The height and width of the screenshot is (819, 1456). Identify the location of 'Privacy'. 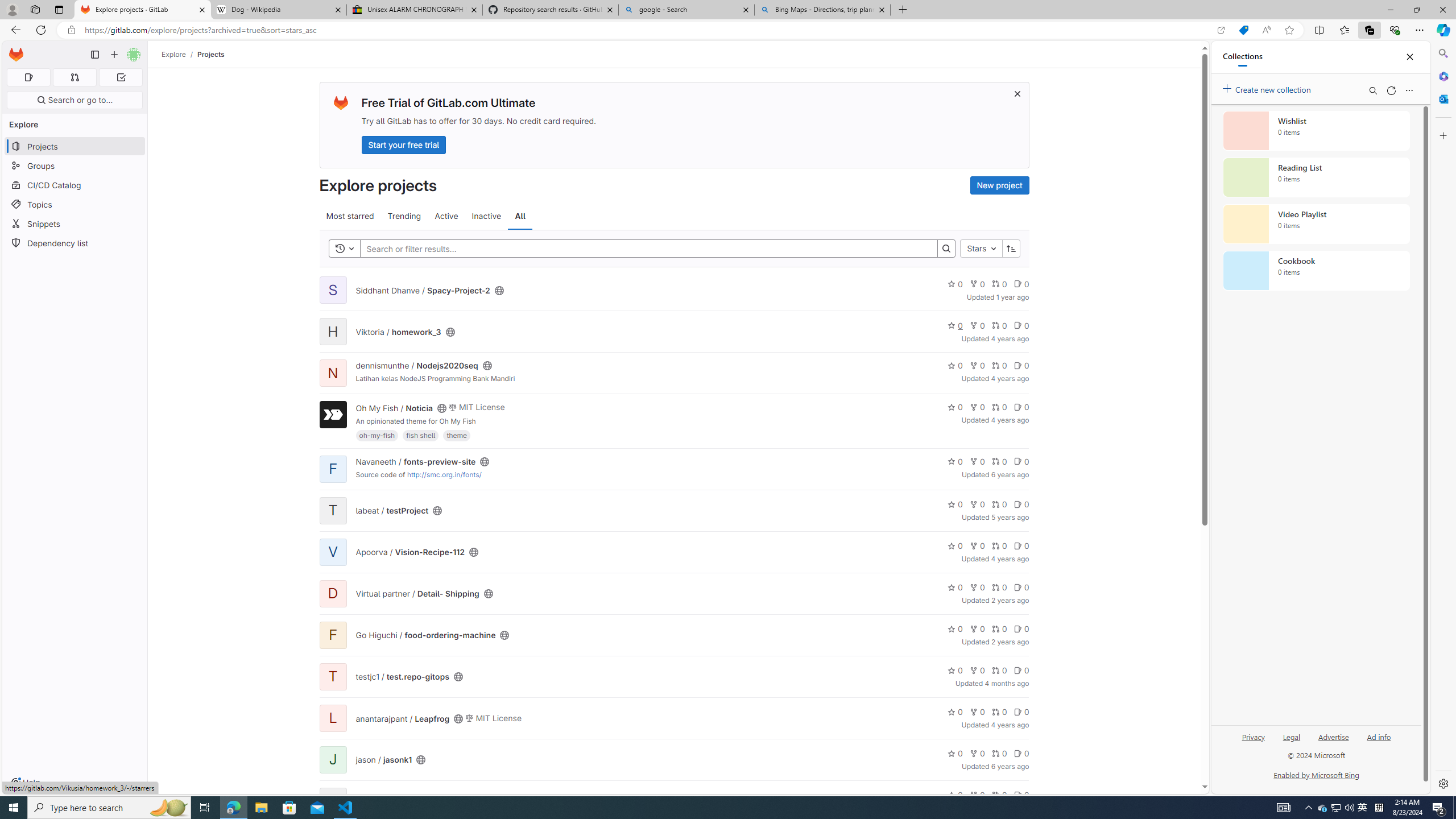
(1254, 736).